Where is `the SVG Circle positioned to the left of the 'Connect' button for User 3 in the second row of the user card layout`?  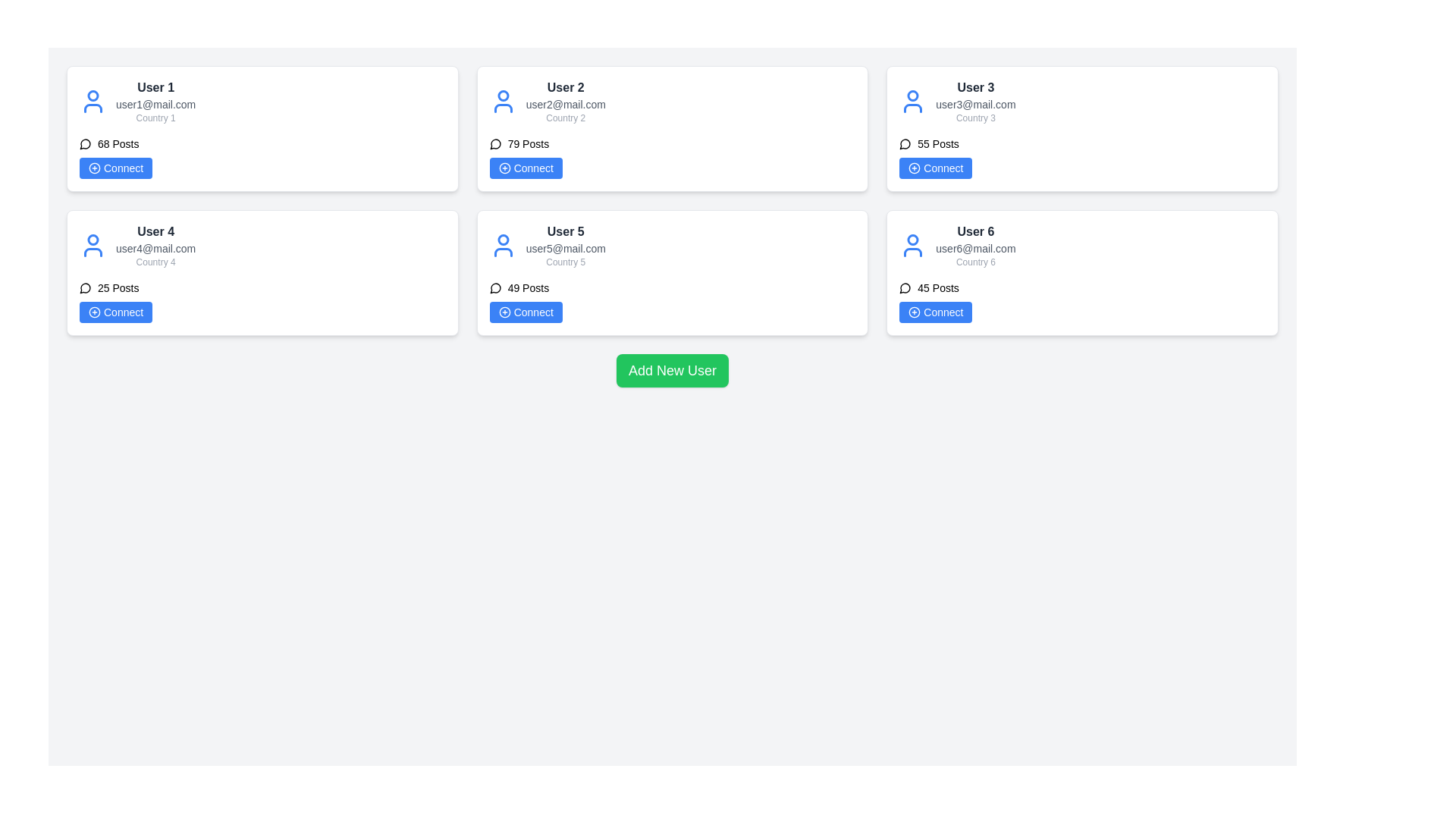
the SVG Circle positioned to the left of the 'Connect' button for User 3 in the second row of the user card layout is located at coordinates (914, 168).